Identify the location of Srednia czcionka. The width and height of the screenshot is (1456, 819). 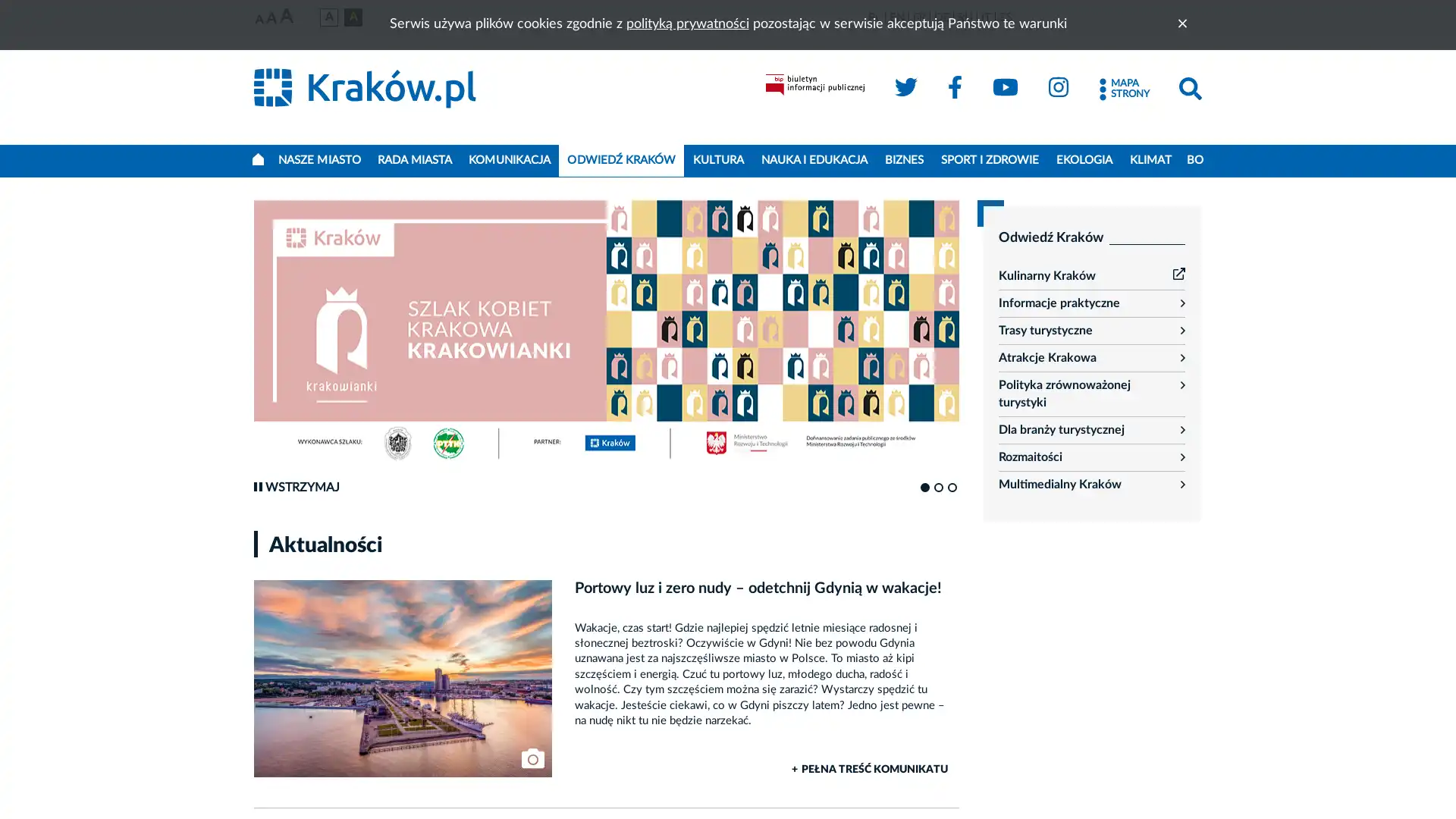
(271, 18).